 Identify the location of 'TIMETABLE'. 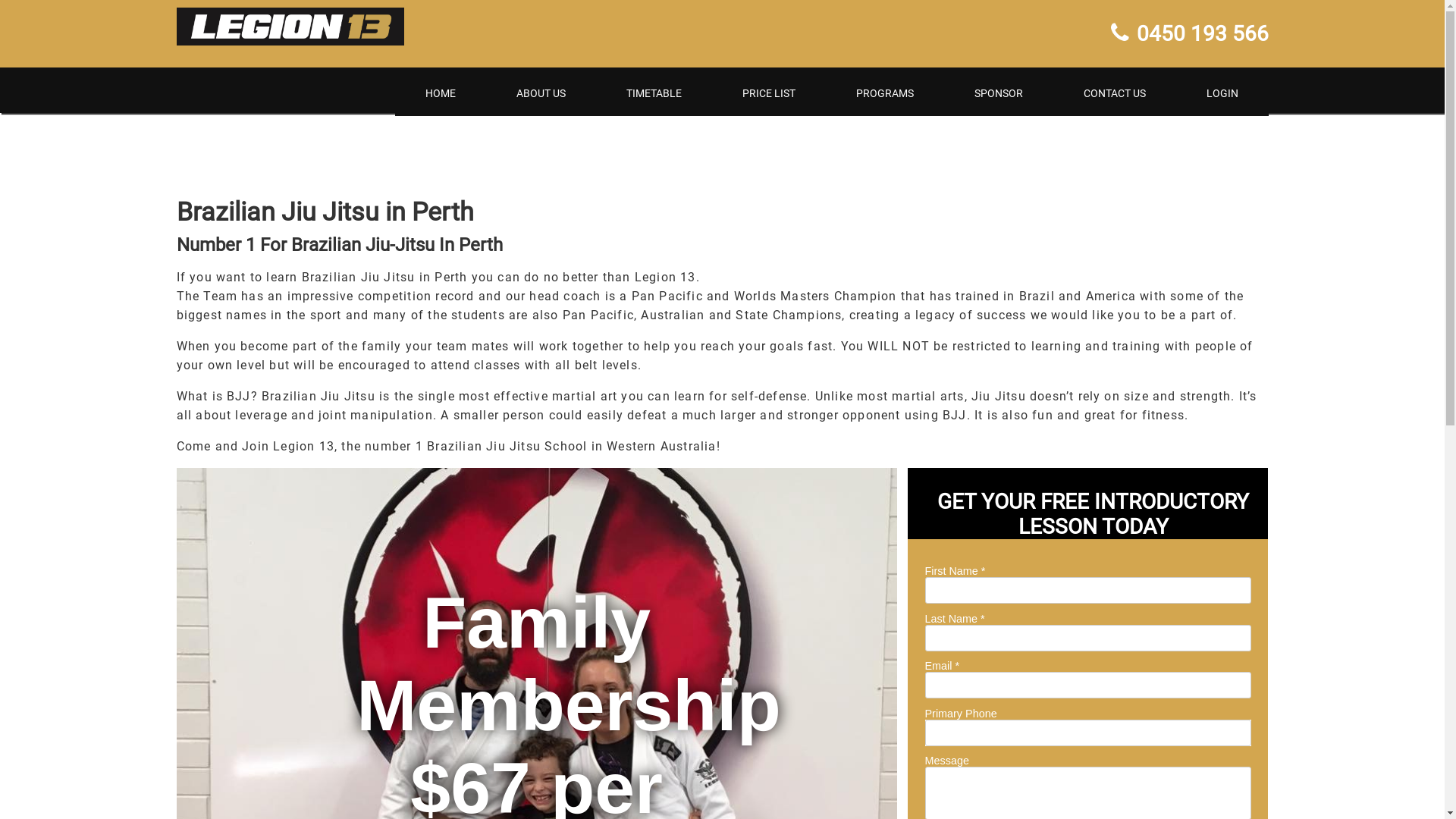
(654, 93).